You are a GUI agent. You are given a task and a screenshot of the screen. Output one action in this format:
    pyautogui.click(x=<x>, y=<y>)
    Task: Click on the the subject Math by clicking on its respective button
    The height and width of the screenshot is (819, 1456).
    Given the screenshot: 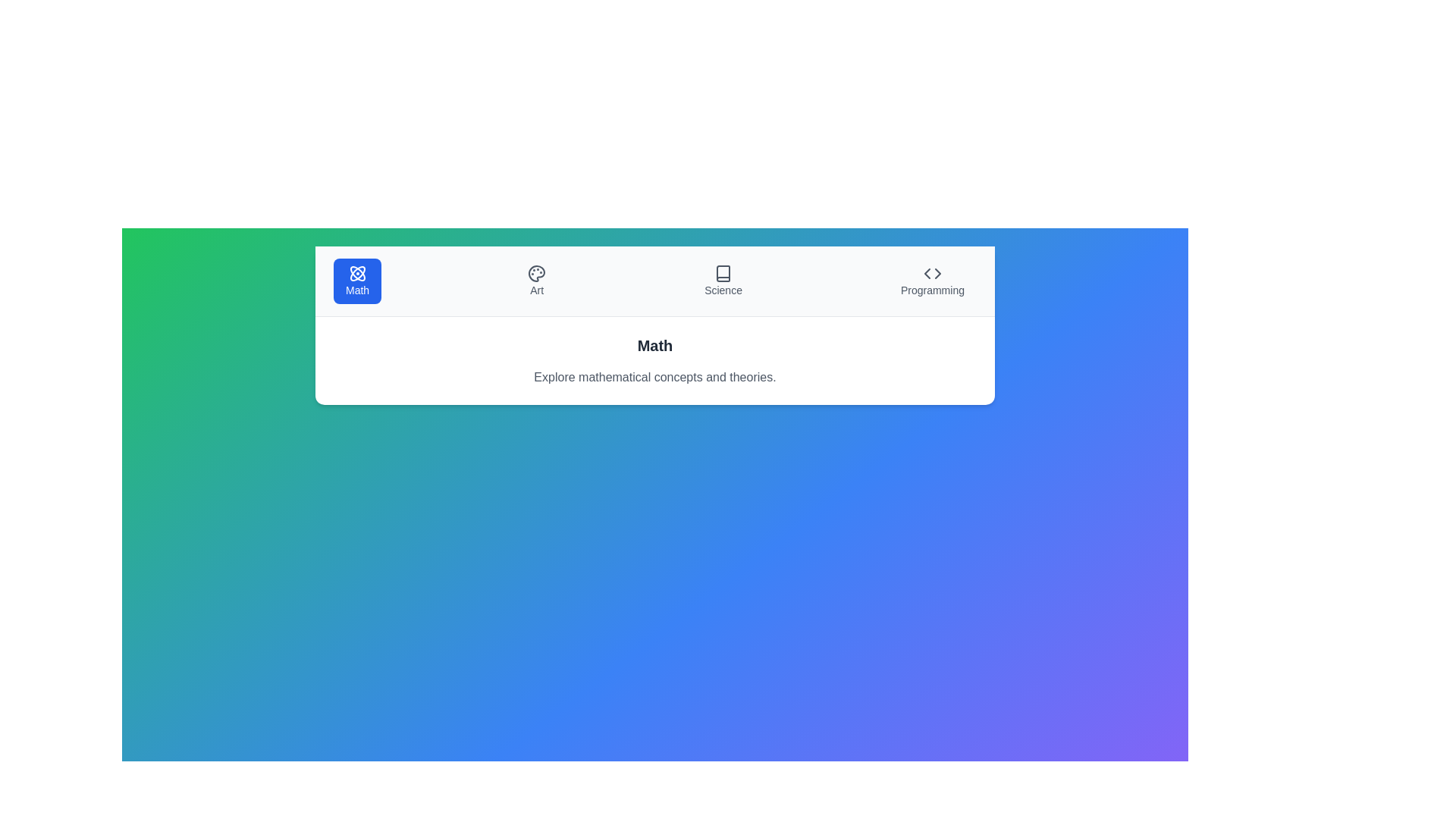 What is the action you would take?
    pyautogui.click(x=356, y=281)
    